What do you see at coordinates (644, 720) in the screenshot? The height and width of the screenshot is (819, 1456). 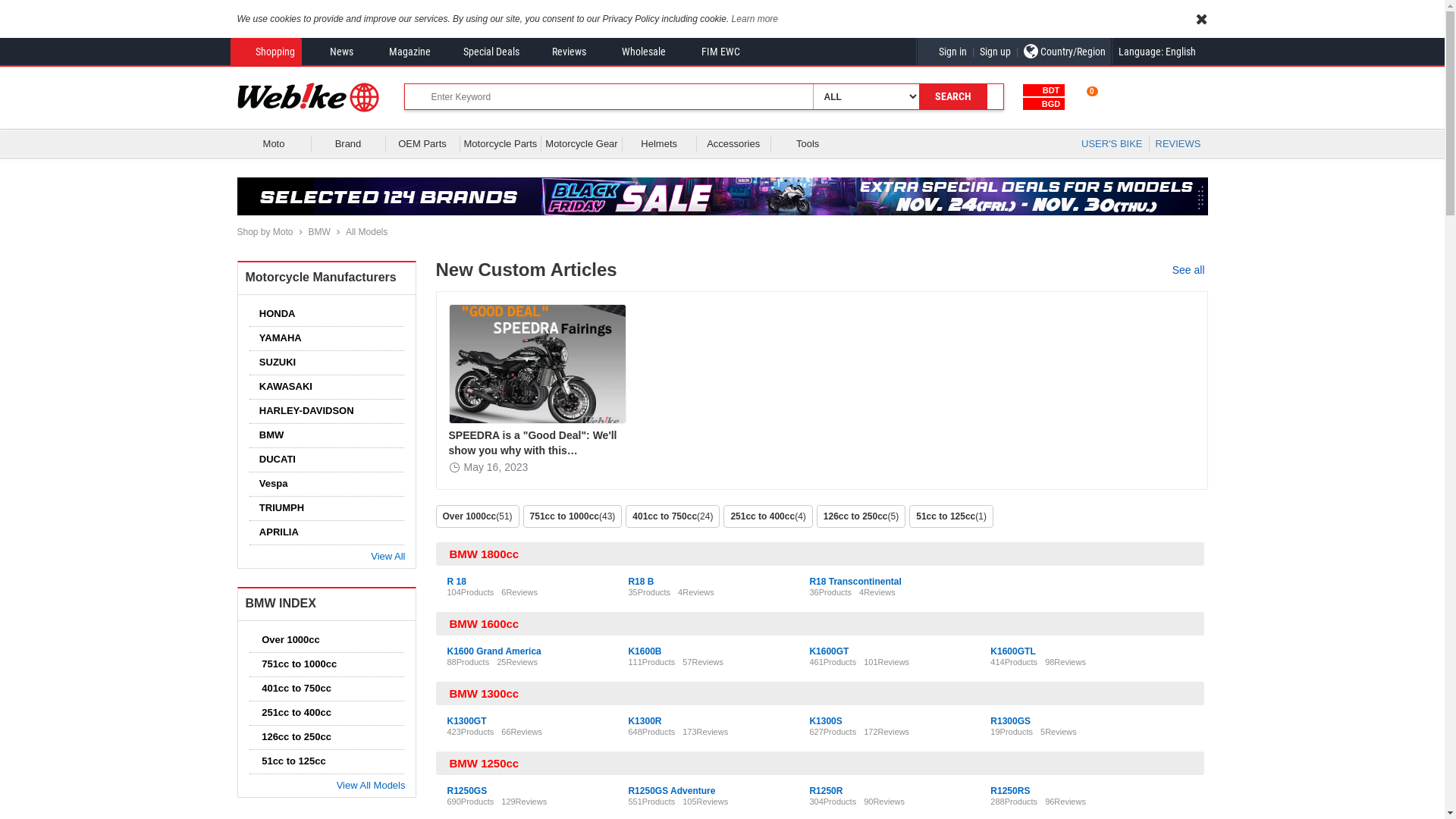 I see `'K1300R'` at bounding box center [644, 720].